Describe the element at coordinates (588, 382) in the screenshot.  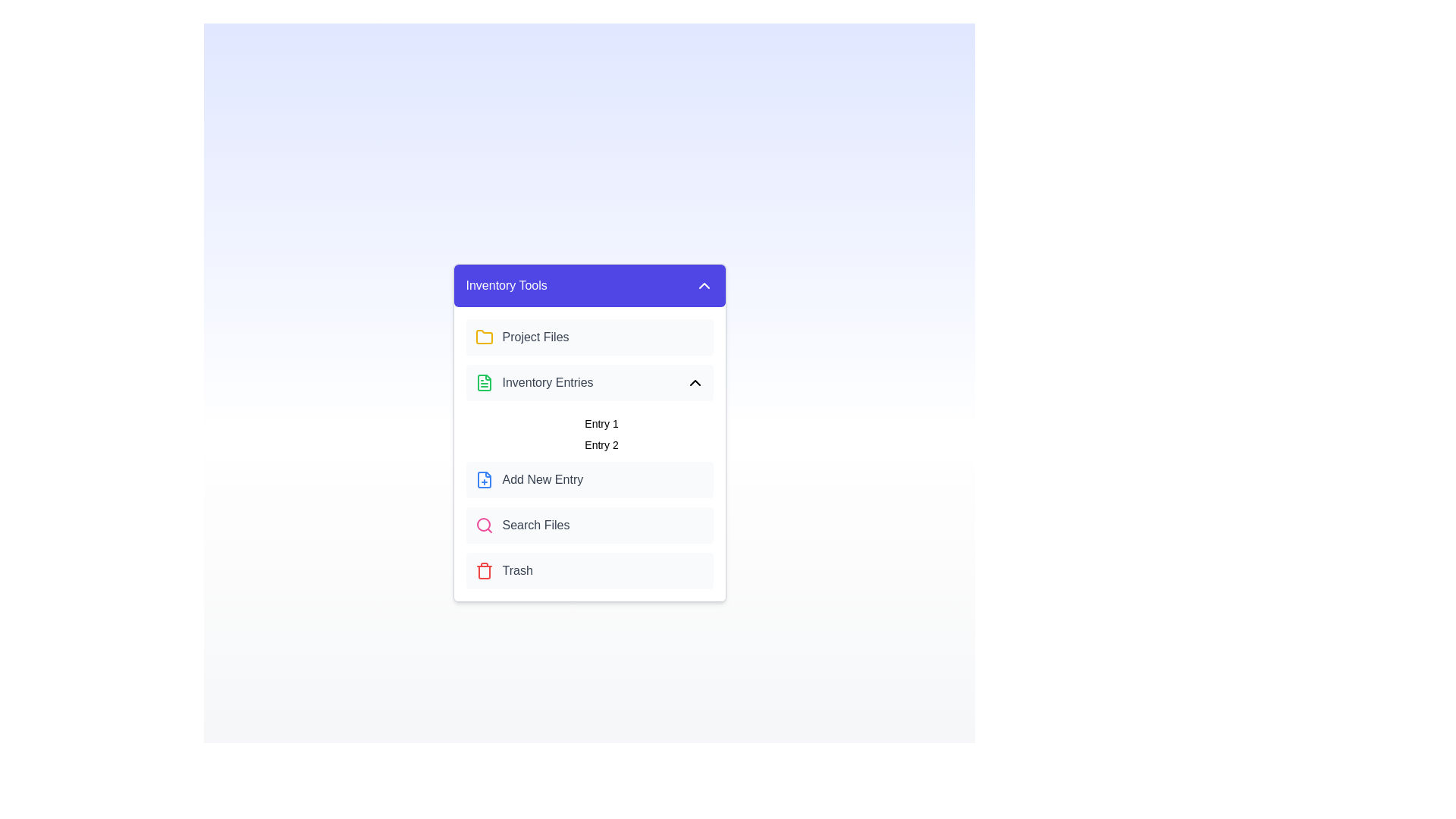
I see `the second list item labeled 'Inventory Entries' with dropdown functionality` at that location.